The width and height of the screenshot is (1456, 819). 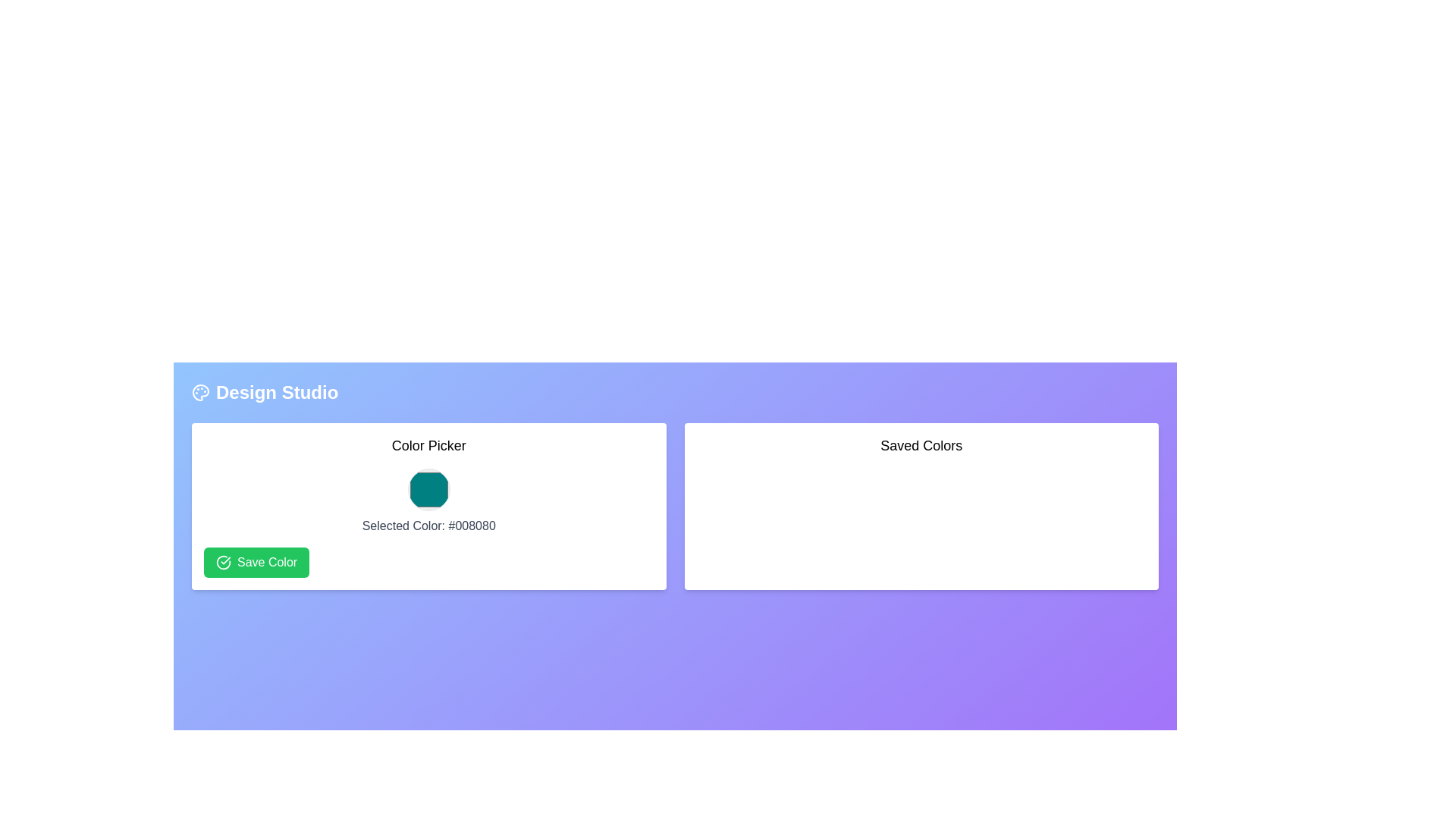 I want to click on the static text header indicating the purpose of the associated panel displaying saved colors, so click(x=921, y=444).